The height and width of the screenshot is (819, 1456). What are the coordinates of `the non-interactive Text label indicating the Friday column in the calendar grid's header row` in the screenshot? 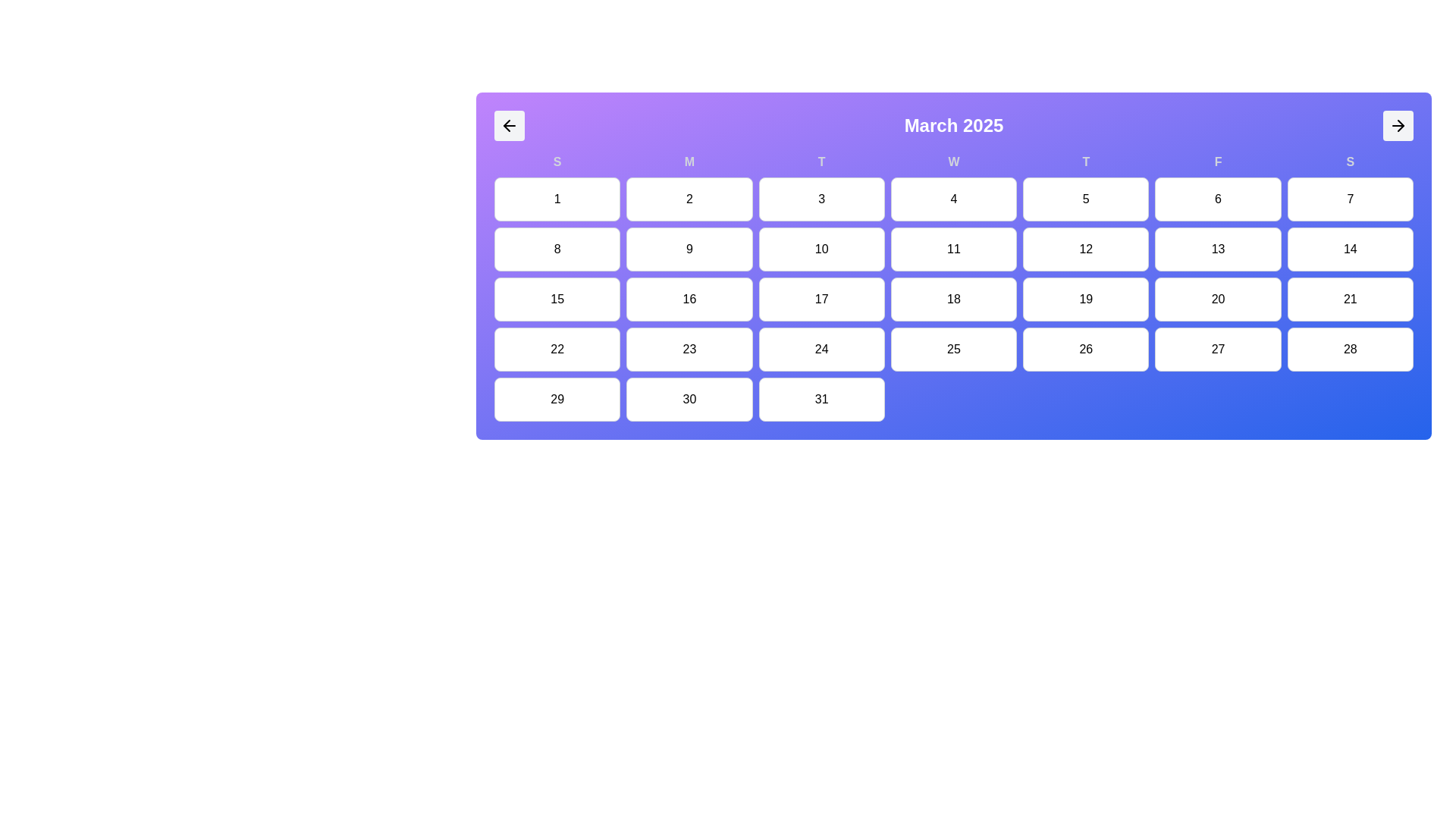 It's located at (1218, 162).